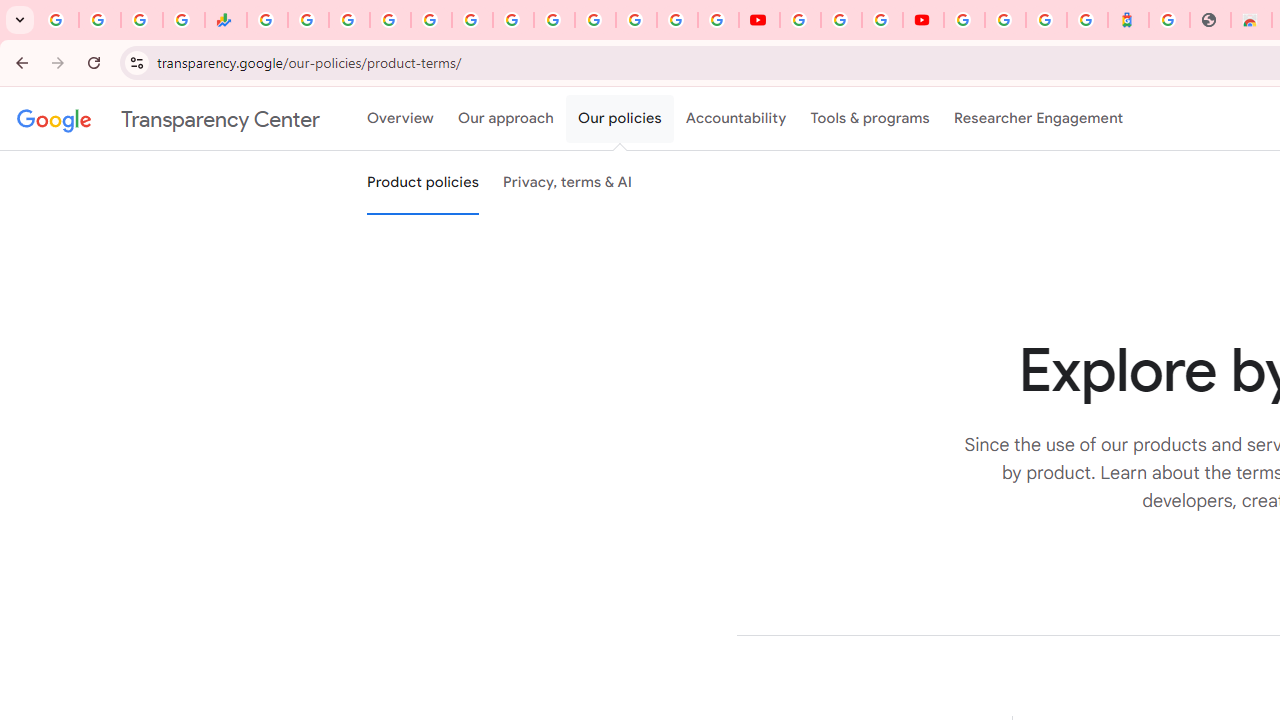 The image size is (1280, 720). Describe the element at coordinates (400, 119) in the screenshot. I see `'Overview'` at that location.